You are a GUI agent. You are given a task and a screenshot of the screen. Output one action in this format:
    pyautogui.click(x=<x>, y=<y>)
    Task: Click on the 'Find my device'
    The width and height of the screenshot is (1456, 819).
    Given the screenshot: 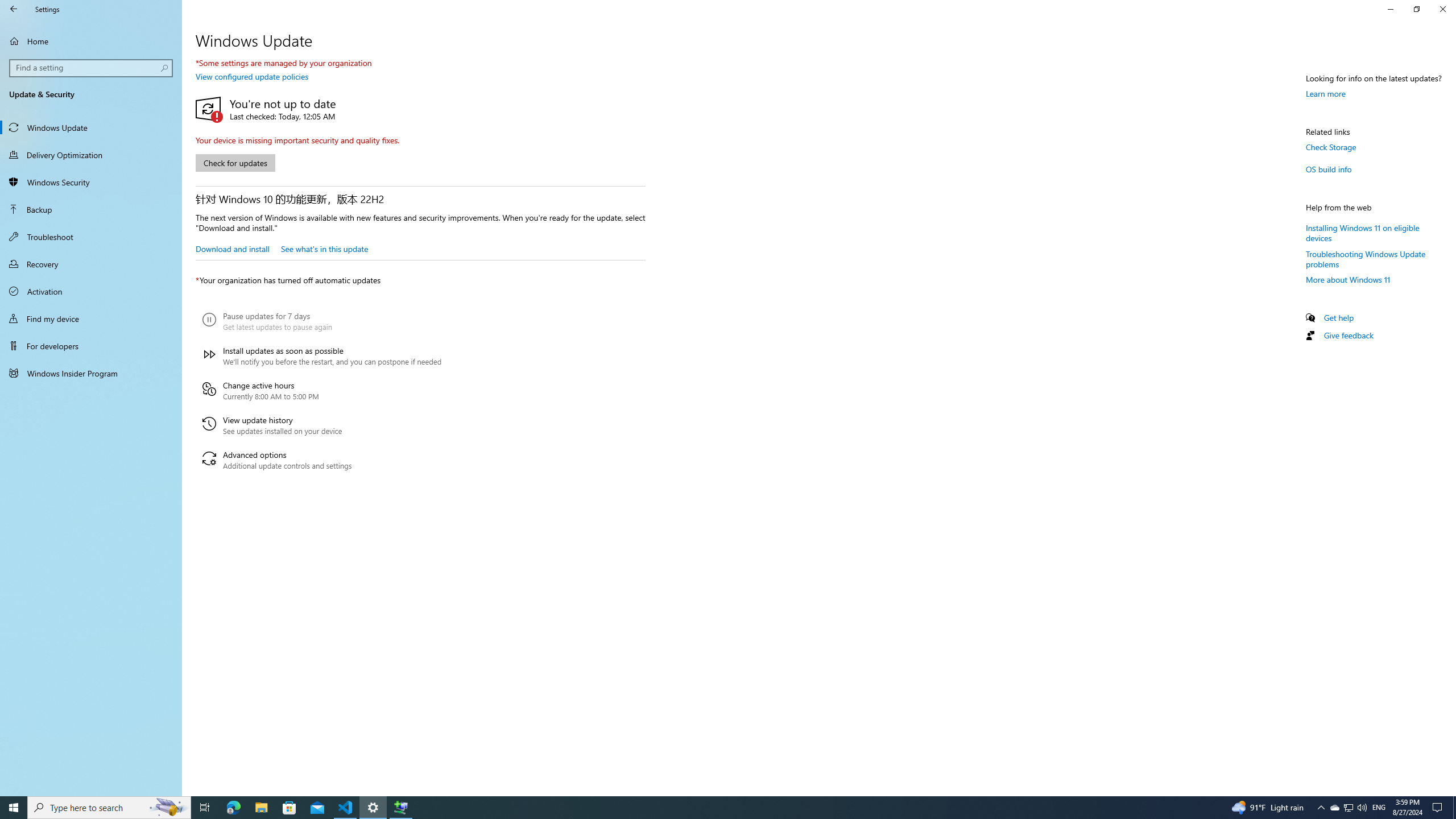 What is the action you would take?
    pyautogui.click(x=90, y=318)
    